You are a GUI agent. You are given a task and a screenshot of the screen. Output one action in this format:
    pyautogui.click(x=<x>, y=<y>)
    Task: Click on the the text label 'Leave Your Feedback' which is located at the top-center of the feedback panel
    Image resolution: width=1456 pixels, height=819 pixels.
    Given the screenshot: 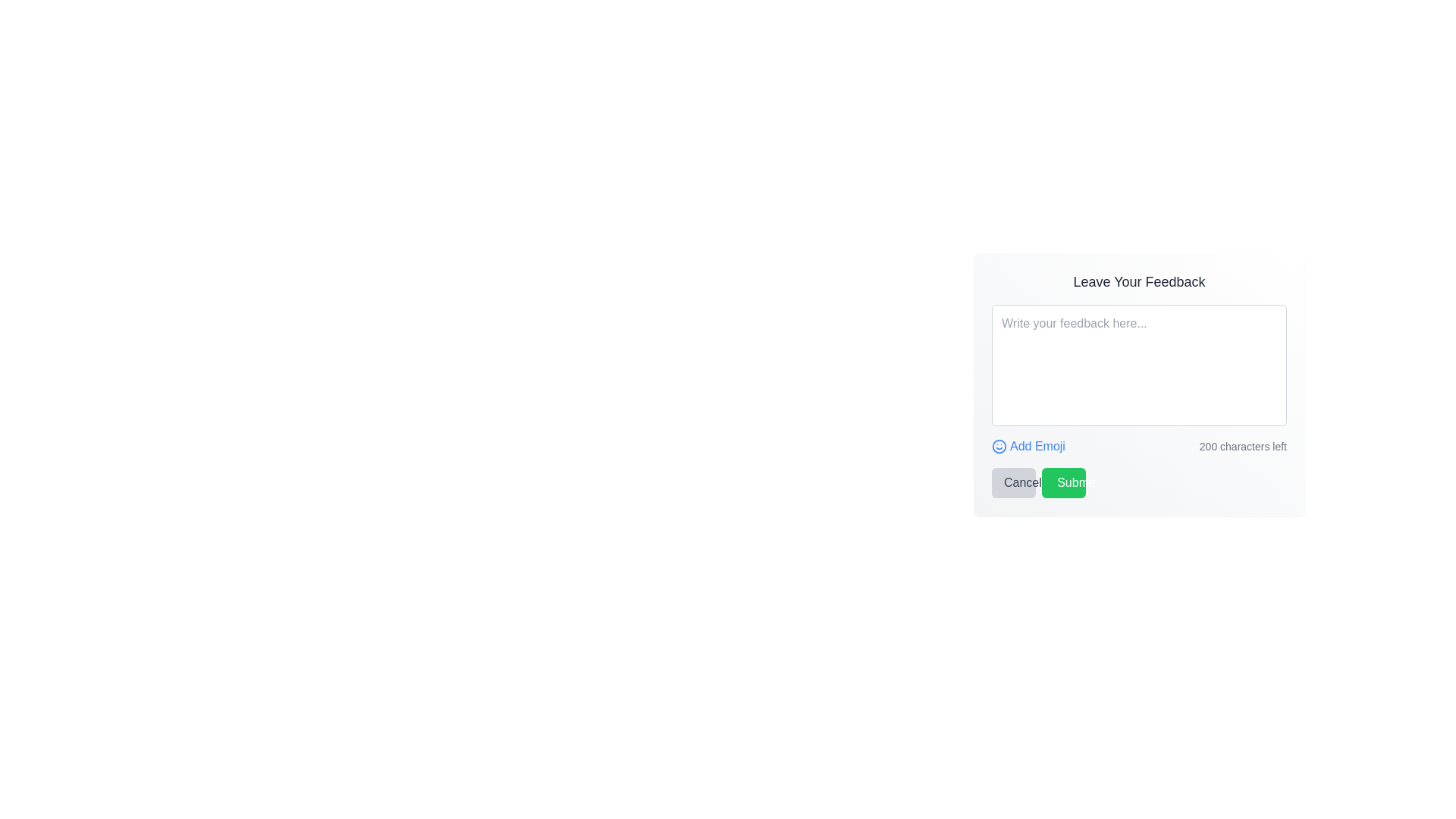 What is the action you would take?
    pyautogui.click(x=1139, y=281)
    